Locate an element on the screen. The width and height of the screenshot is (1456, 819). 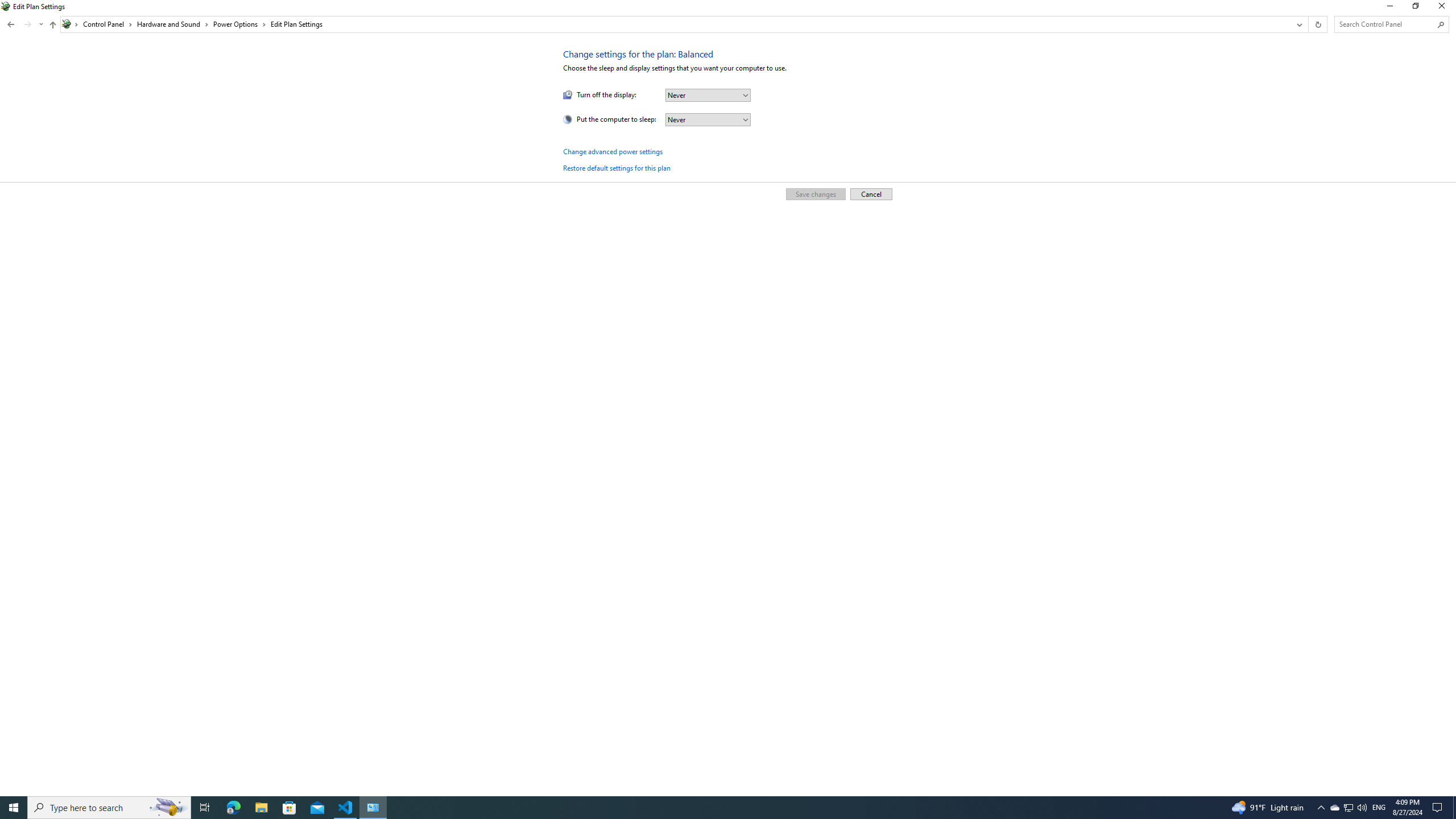
'Save changes' is located at coordinates (814, 193).